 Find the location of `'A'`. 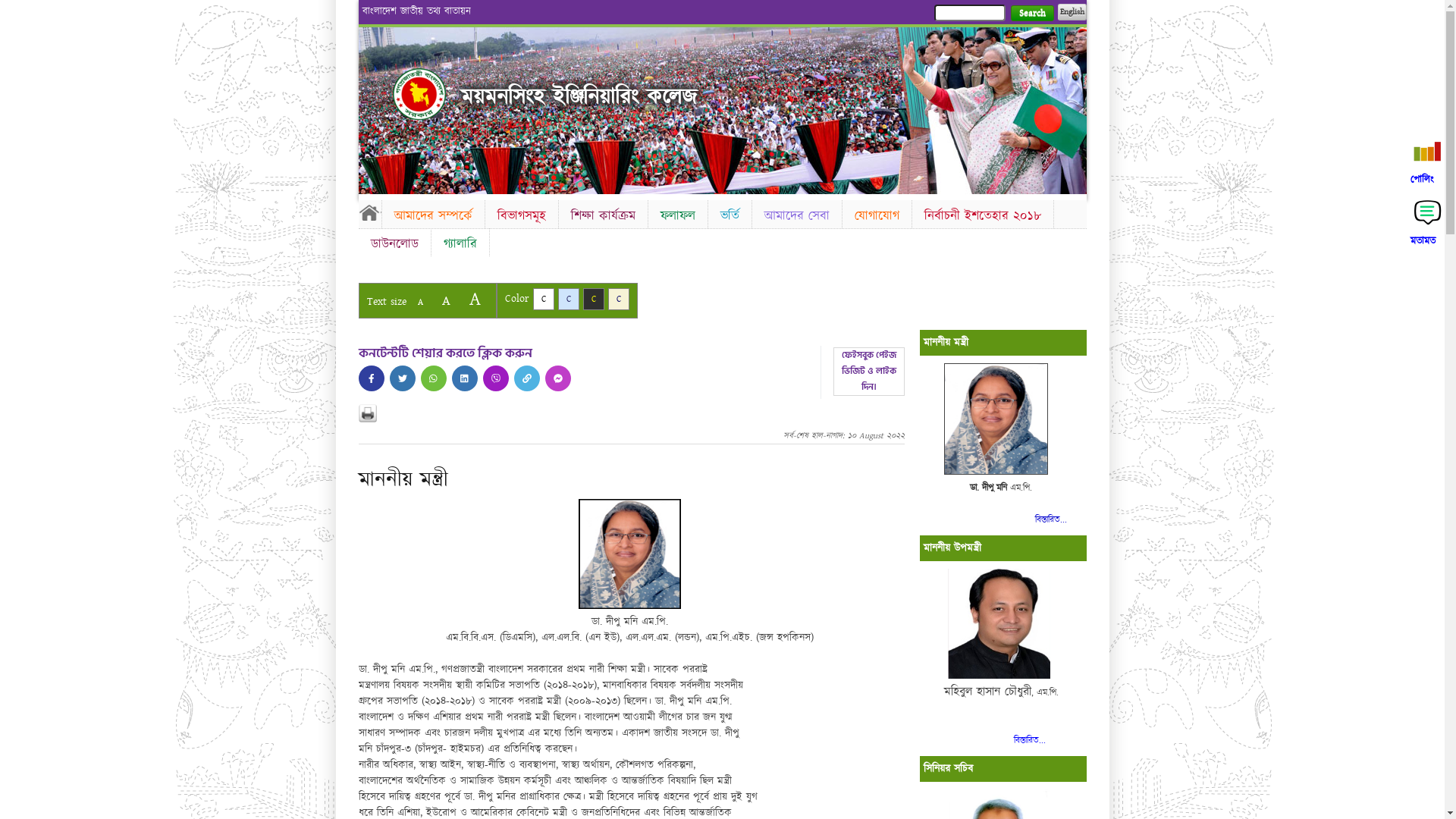

'A' is located at coordinates (444, 300).